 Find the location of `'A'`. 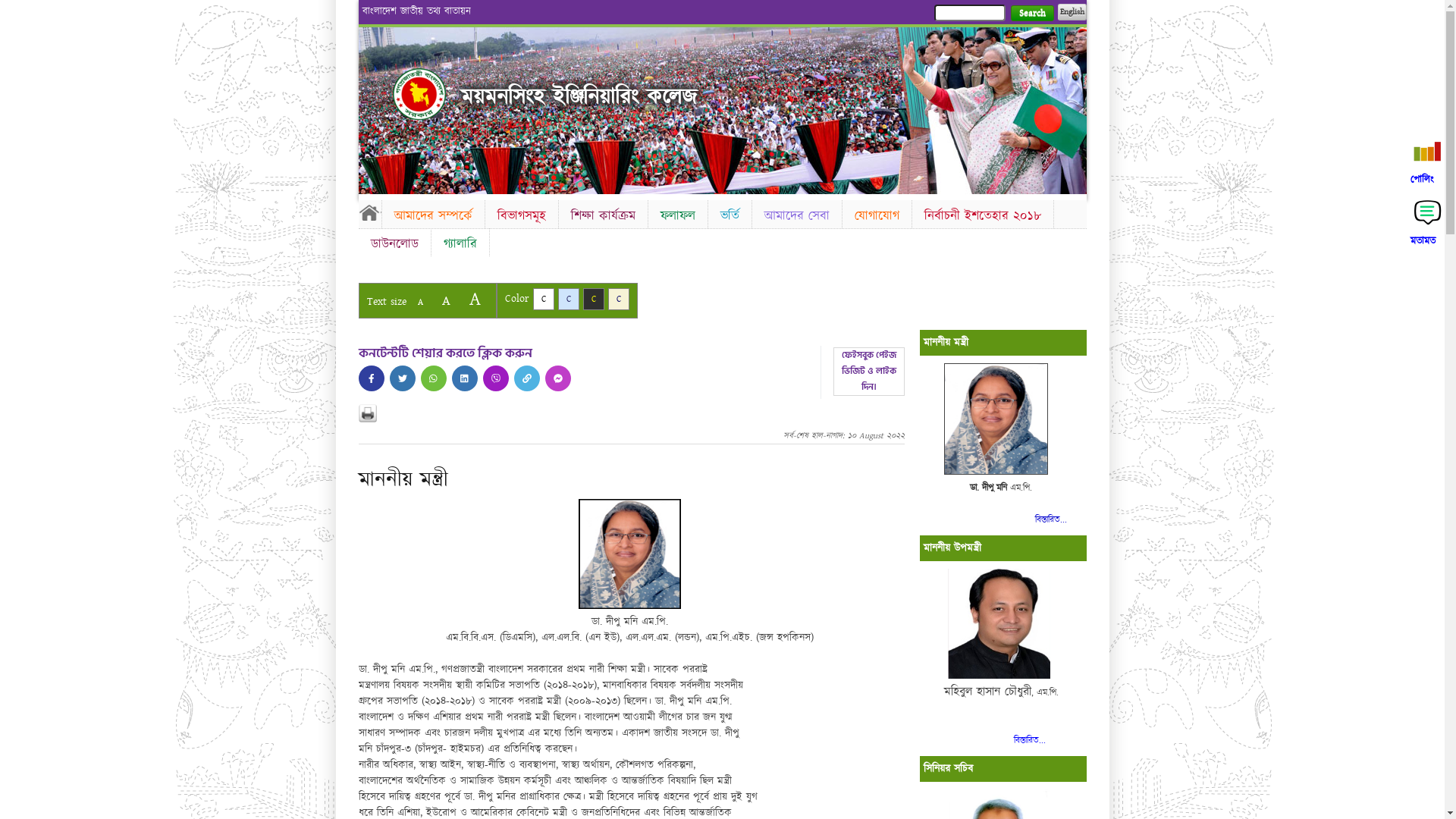

'A' is located at coordinates (444, 300).